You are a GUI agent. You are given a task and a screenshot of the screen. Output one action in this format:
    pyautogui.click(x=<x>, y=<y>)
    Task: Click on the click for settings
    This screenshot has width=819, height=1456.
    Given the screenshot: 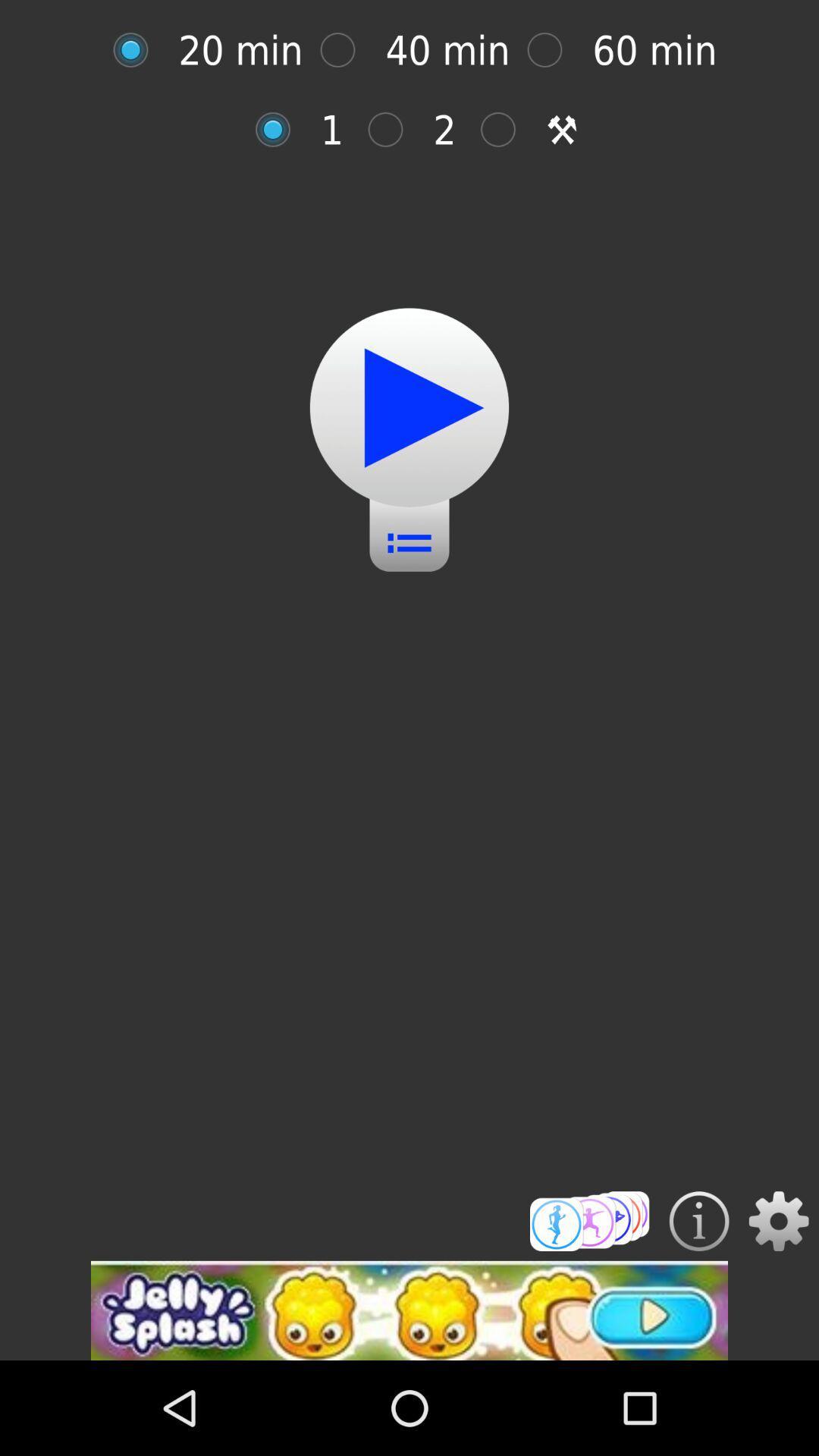 What is the action you would take?
    pyautogui.click(x=779, y=1221)
    